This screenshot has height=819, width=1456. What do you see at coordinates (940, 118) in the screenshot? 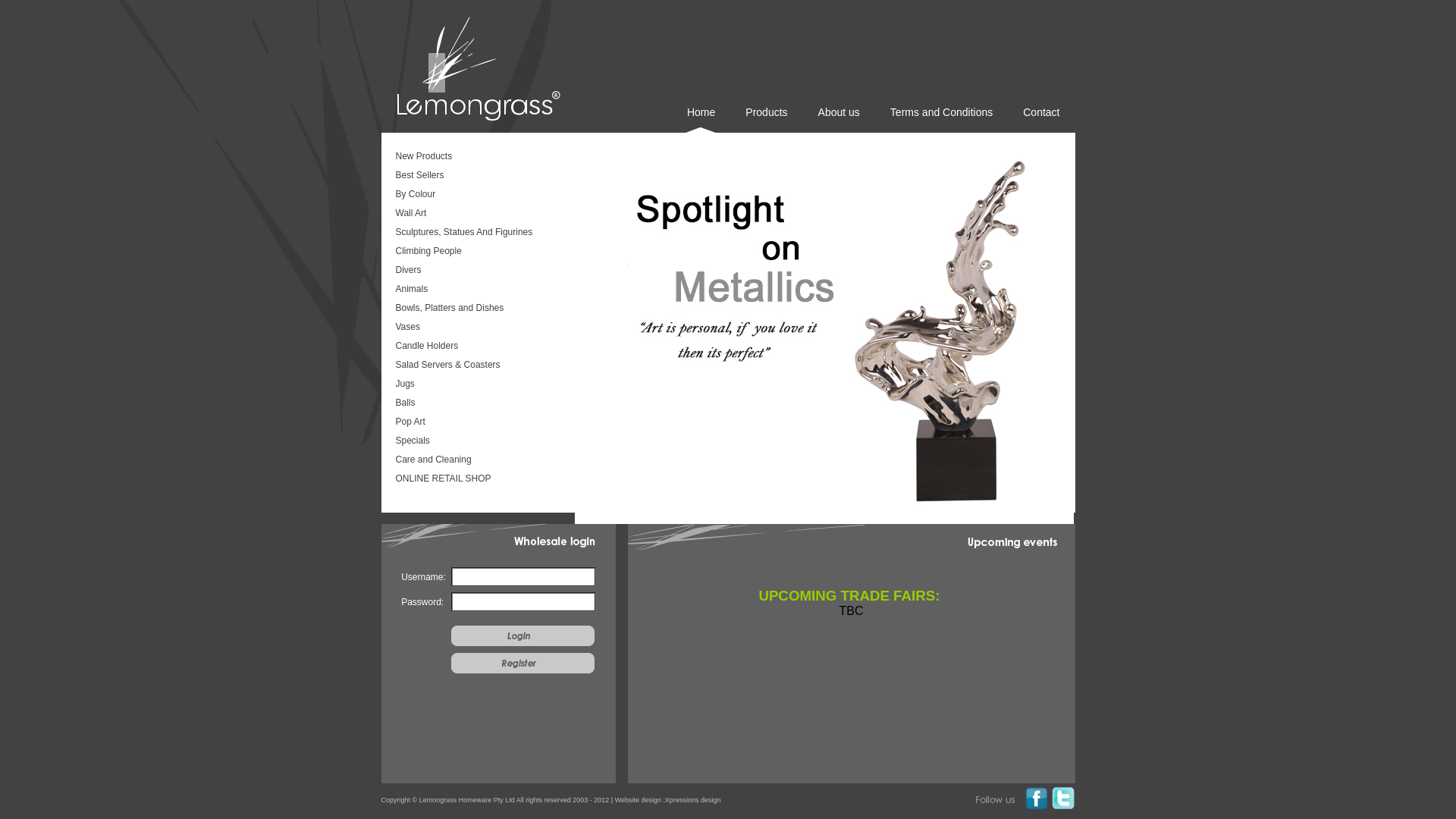
I see `'Terms and Conditions'` at bounding box center [940, 118].